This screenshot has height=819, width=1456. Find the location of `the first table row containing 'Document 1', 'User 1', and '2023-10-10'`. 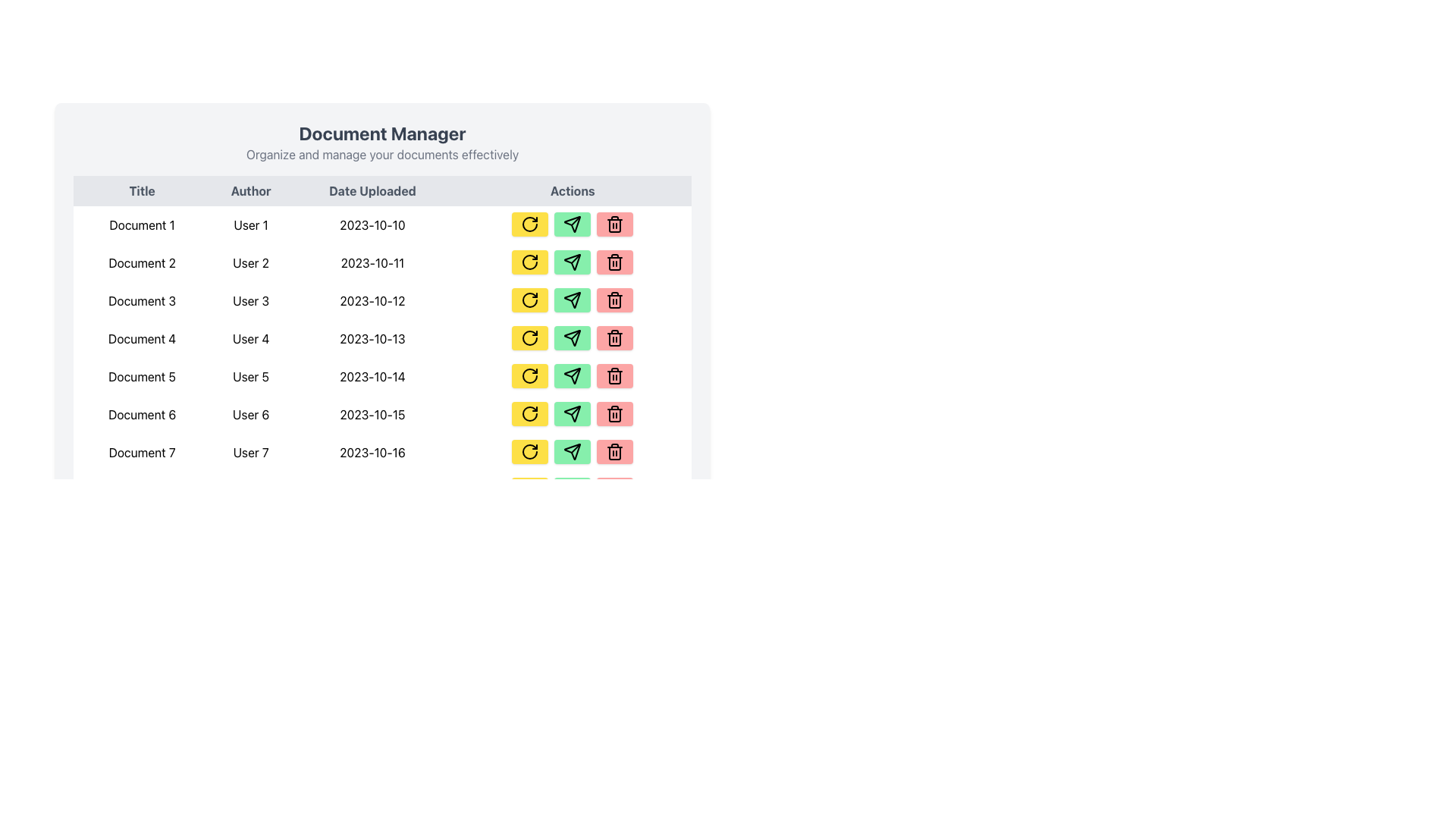

the first table row containing 'Document 1', 'User 1', and '2023-10-10' is located at coordinates (382, 225).